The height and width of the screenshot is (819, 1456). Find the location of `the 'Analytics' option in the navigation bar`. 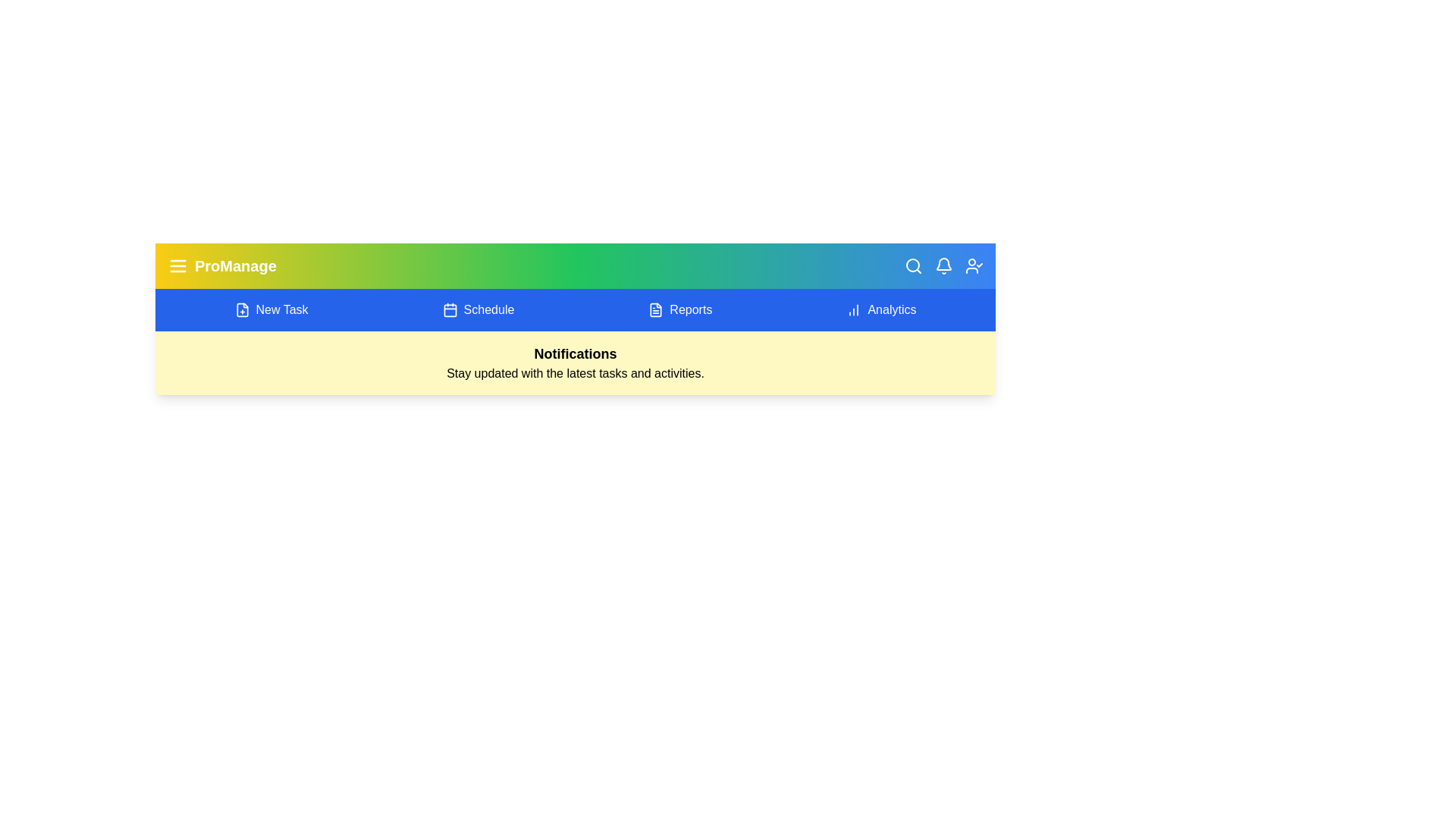

the 'Analytics' option in the navigation bar is located at coordinates (880, 309).